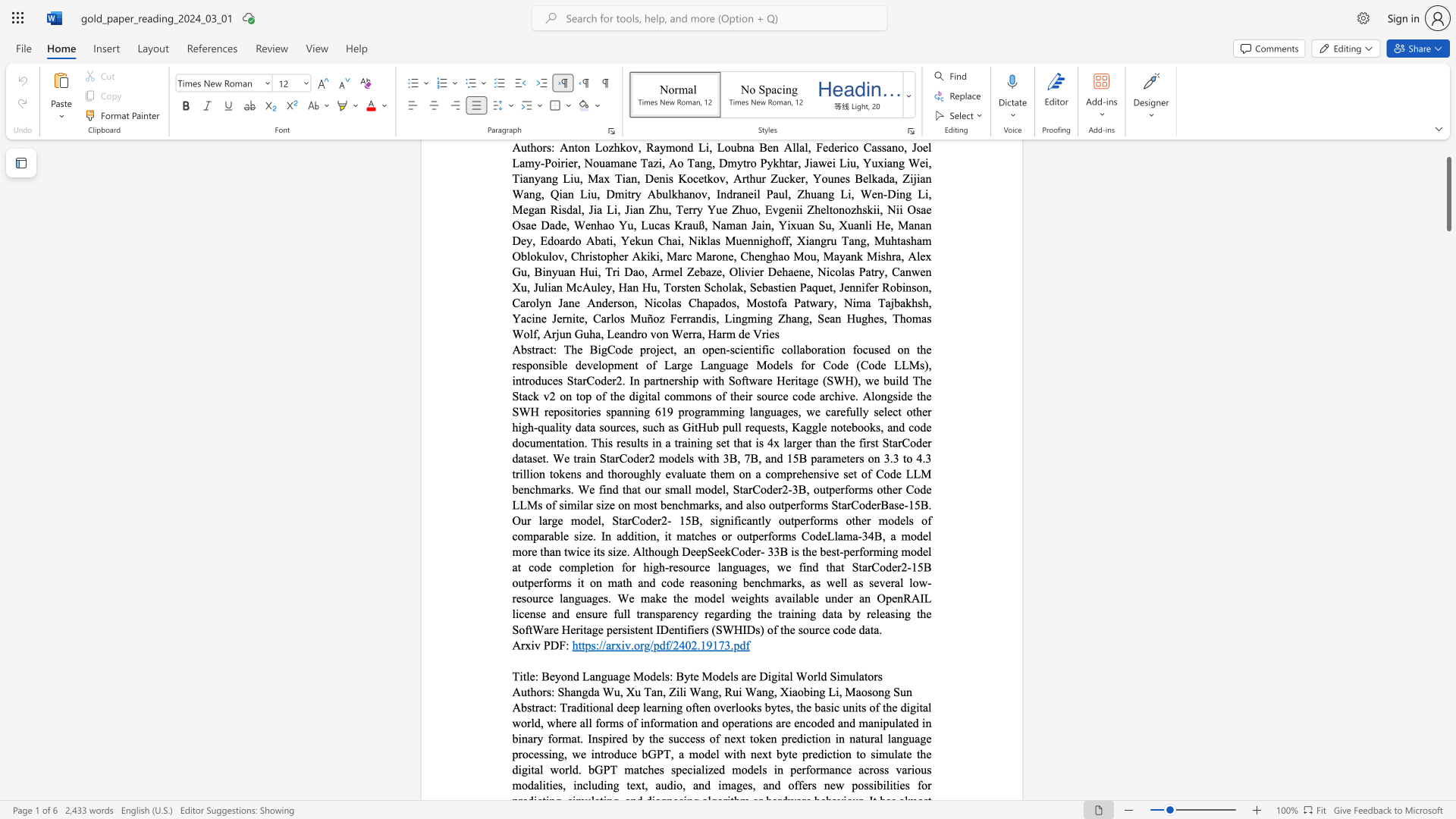  What do you see at coordinates (1448, 773) in the screenshot?
I see `the scrollbar to scroll downward` at bounding box center [1448, 773].